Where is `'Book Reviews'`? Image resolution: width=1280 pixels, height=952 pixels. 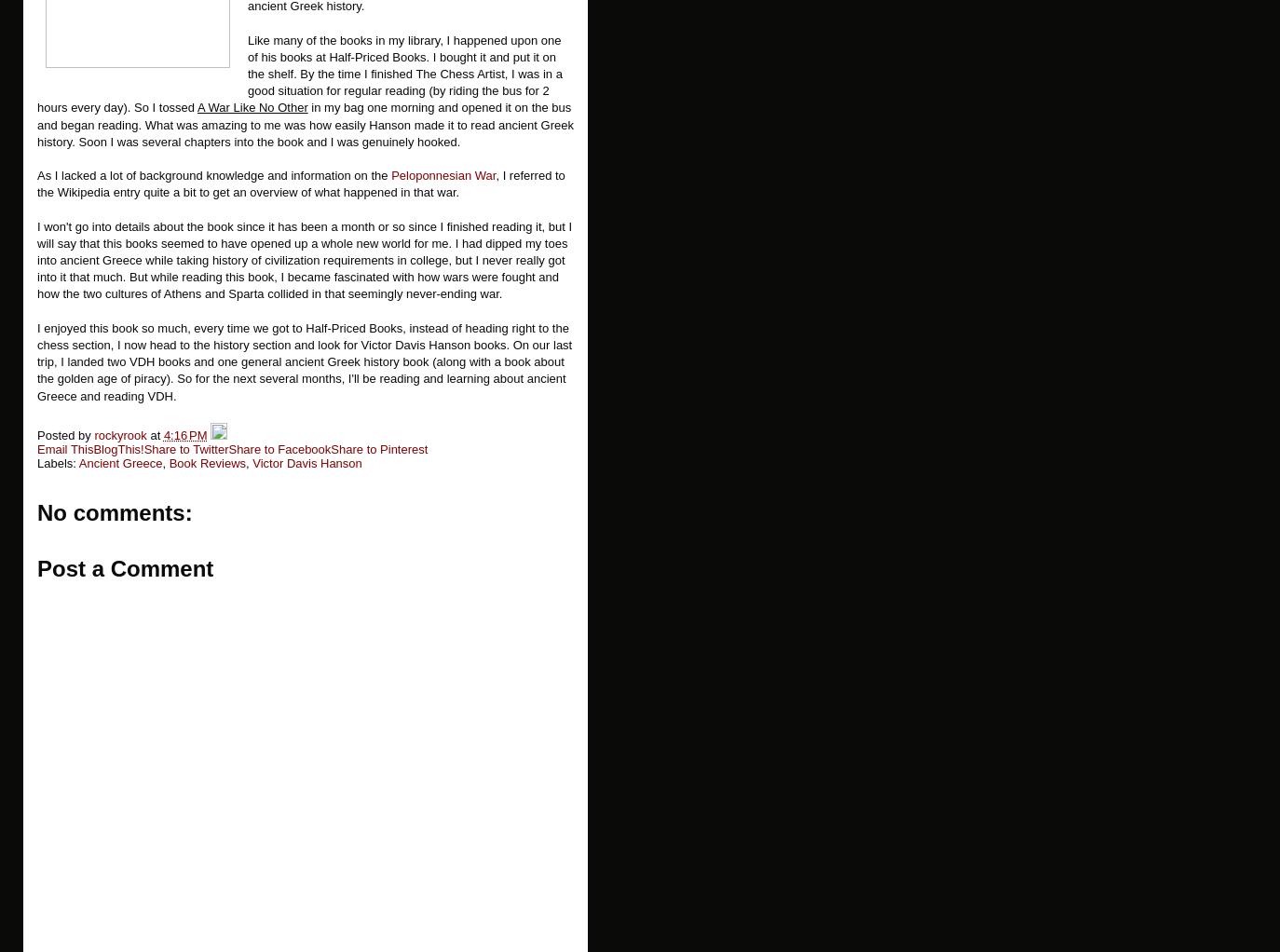 'Book Reviews' is located at coordinates (206, 463).